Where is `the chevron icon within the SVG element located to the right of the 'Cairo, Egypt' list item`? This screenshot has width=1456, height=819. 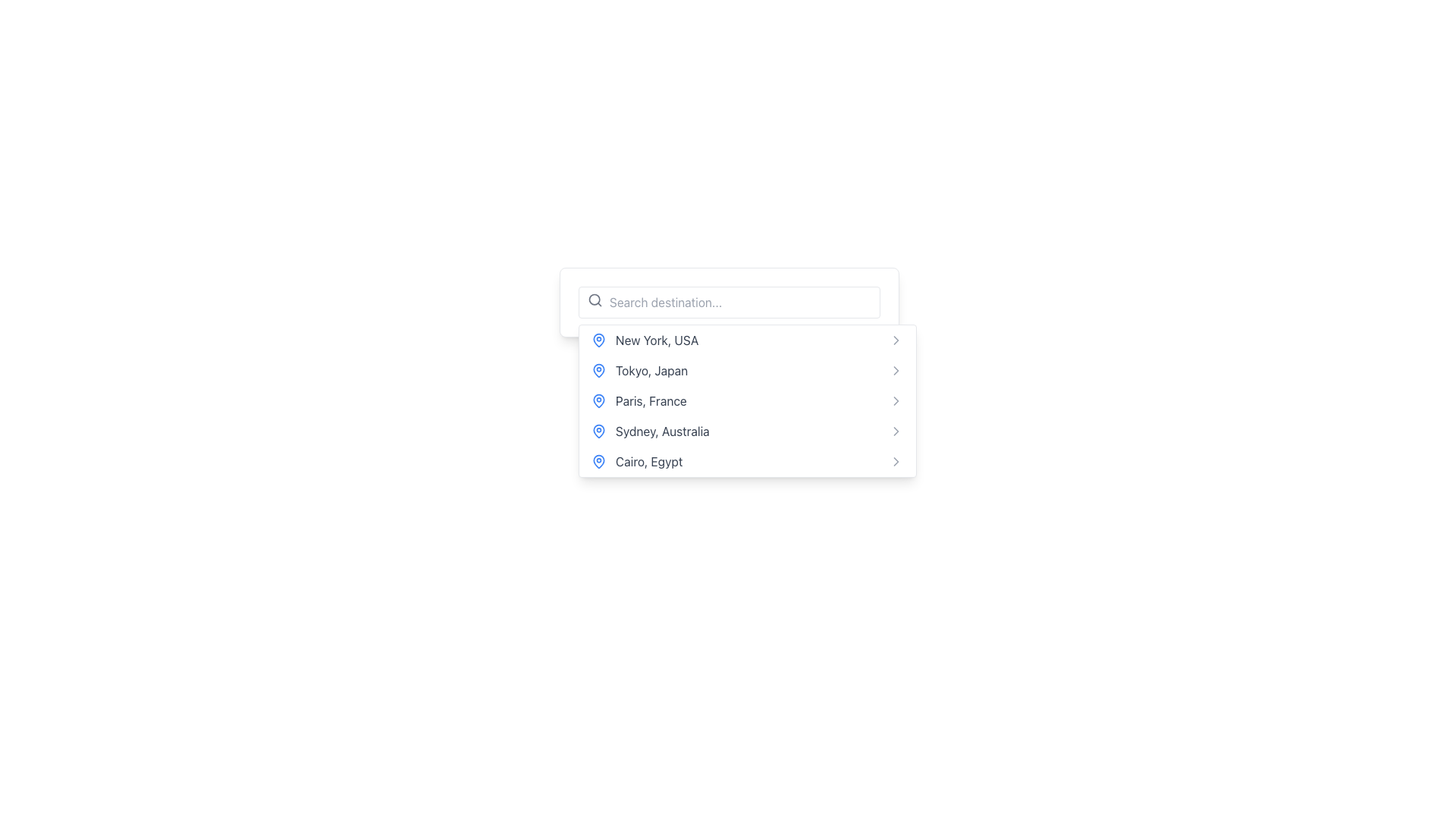 the chevron icon within the SVG element located to the right of the 'Cairo, Egypt' list item is located at coordinates (896, 461).